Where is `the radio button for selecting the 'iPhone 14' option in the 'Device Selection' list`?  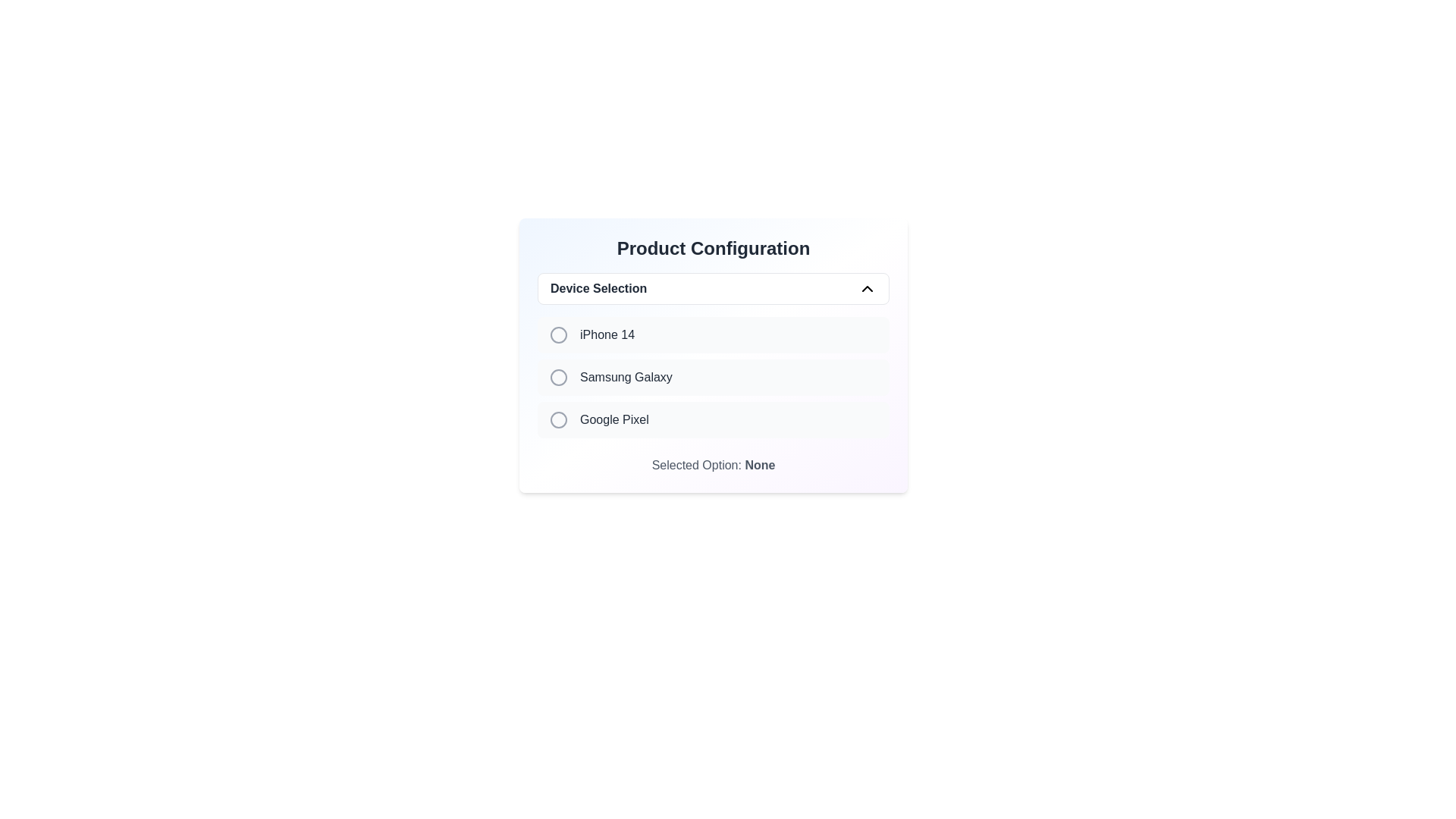 the radio button for selecting the 'iPhone 14' option in the 'Device Selection' list is located at coordinates (558, 334).